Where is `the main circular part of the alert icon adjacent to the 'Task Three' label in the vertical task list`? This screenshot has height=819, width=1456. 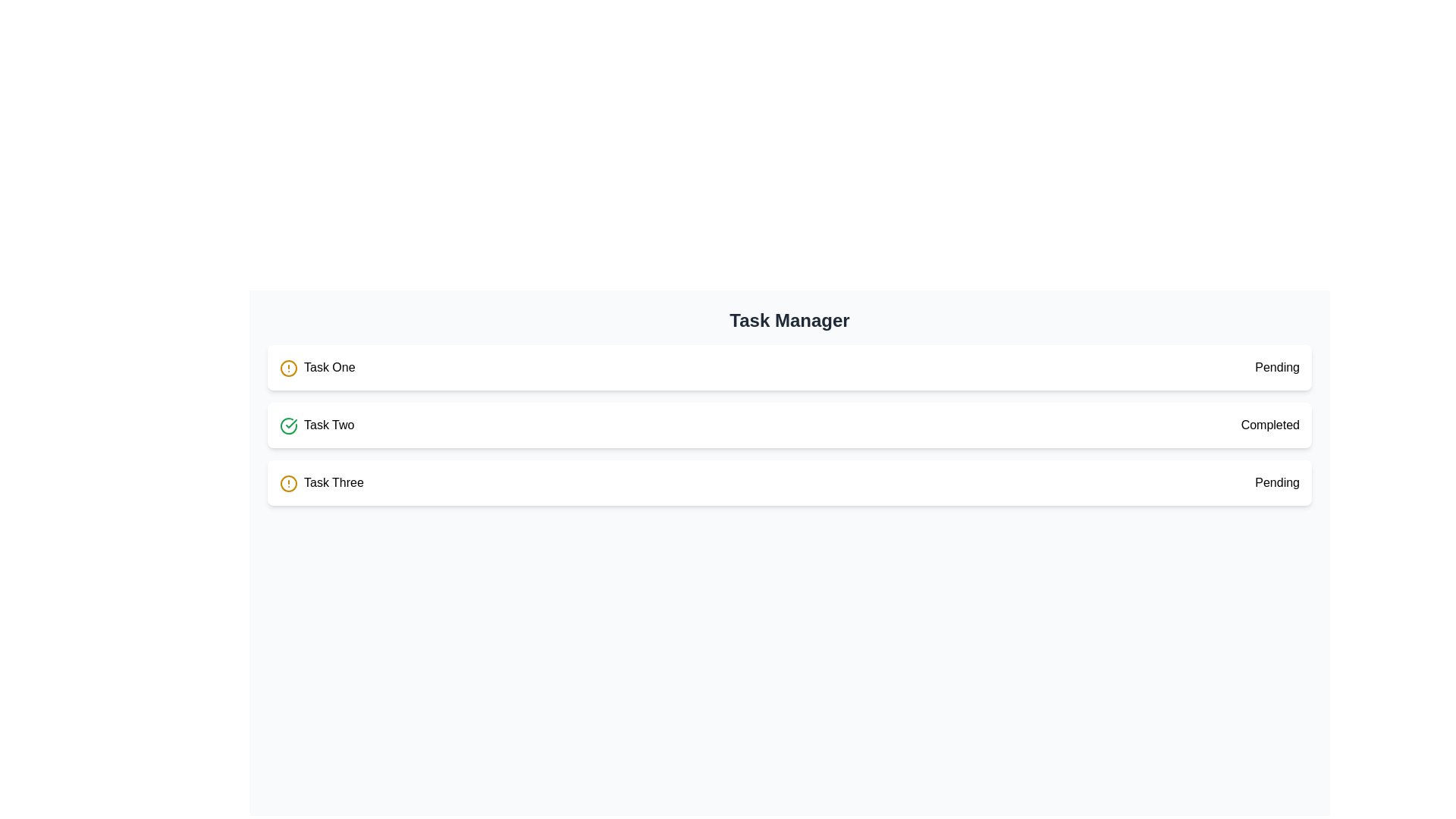
the main circular part of the alert icon adjacent to the 'Task Three' label in the vertical task list is located at coordinates (288, 483).